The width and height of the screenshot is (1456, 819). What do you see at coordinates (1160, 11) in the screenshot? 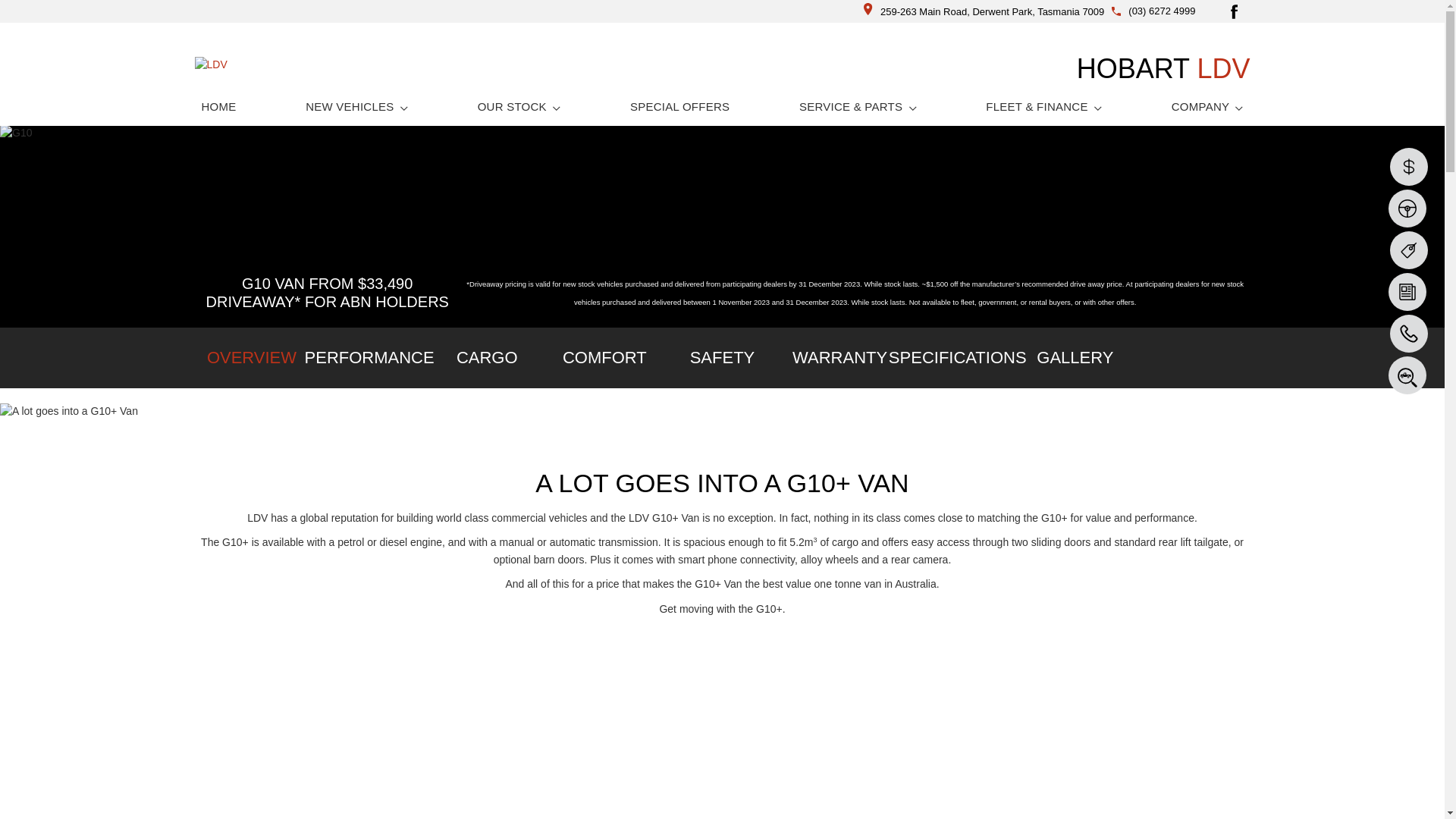
I see `'(03) 6272 4999'` at bounding box center [1160, 11].